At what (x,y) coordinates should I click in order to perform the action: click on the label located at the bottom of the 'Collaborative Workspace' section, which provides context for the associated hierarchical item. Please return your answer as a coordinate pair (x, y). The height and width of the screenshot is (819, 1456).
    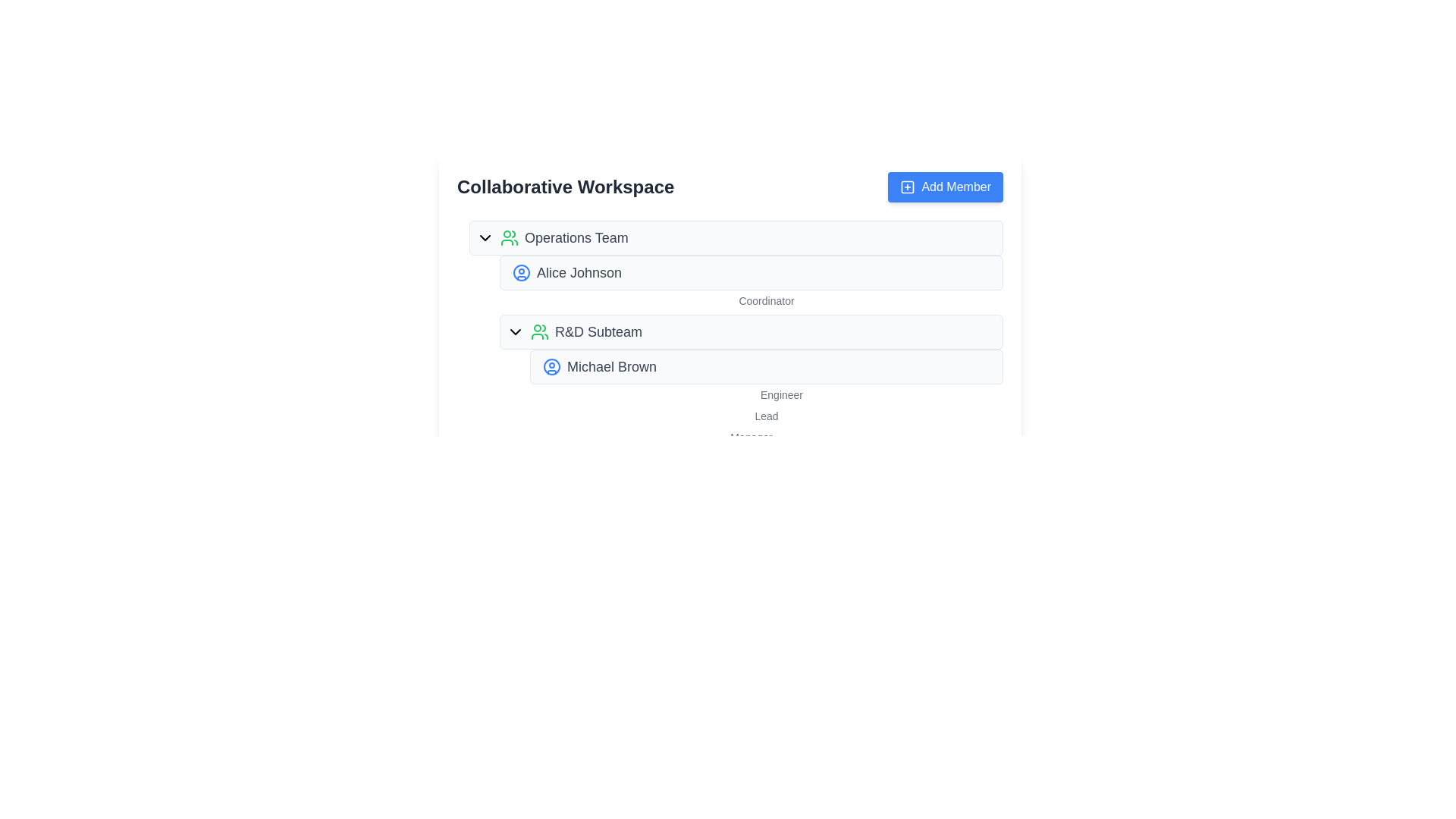
    Looking at the image, I should click on (751, 438).